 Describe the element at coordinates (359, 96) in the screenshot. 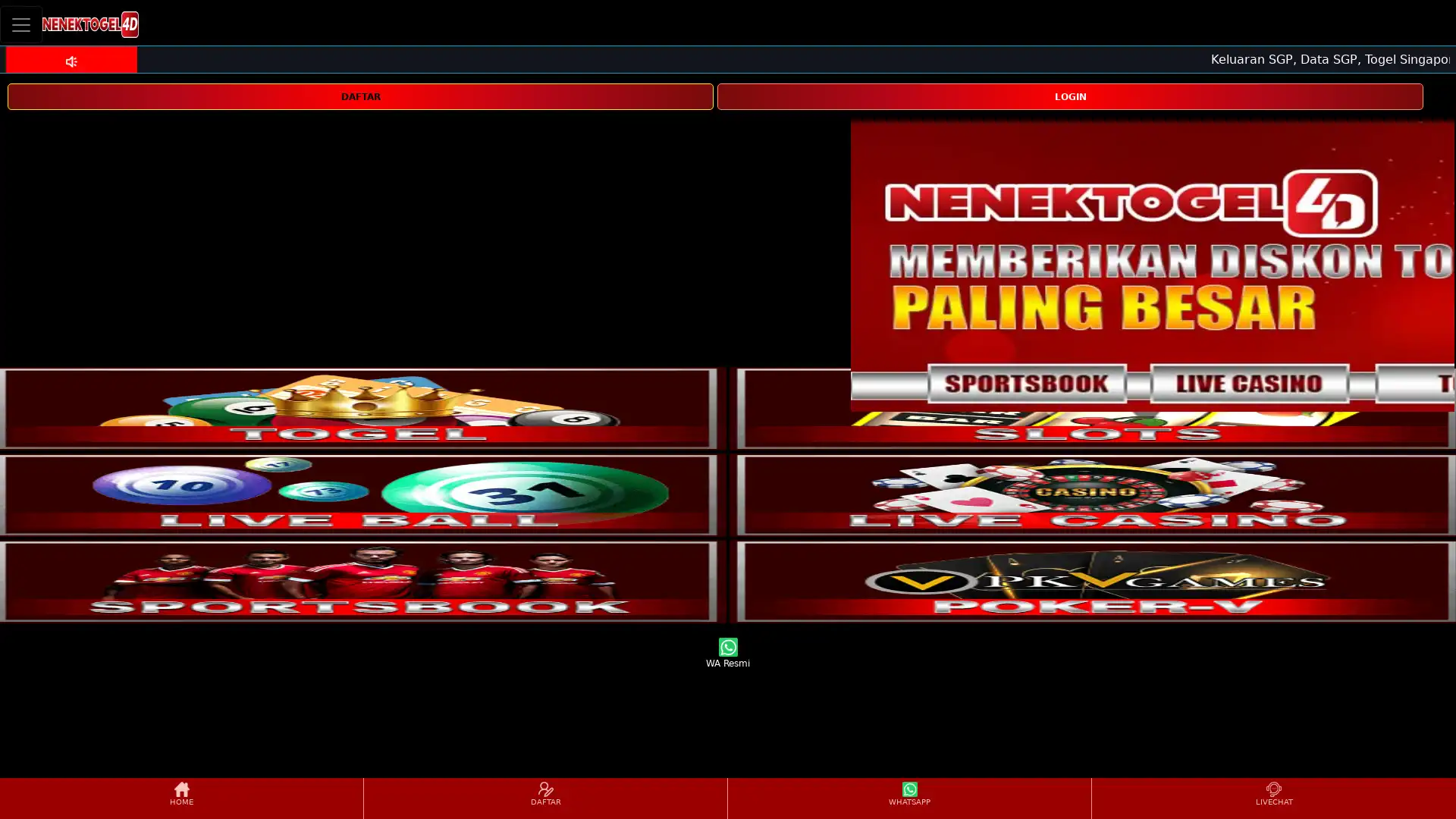

I see `DAFTAR` at that location.